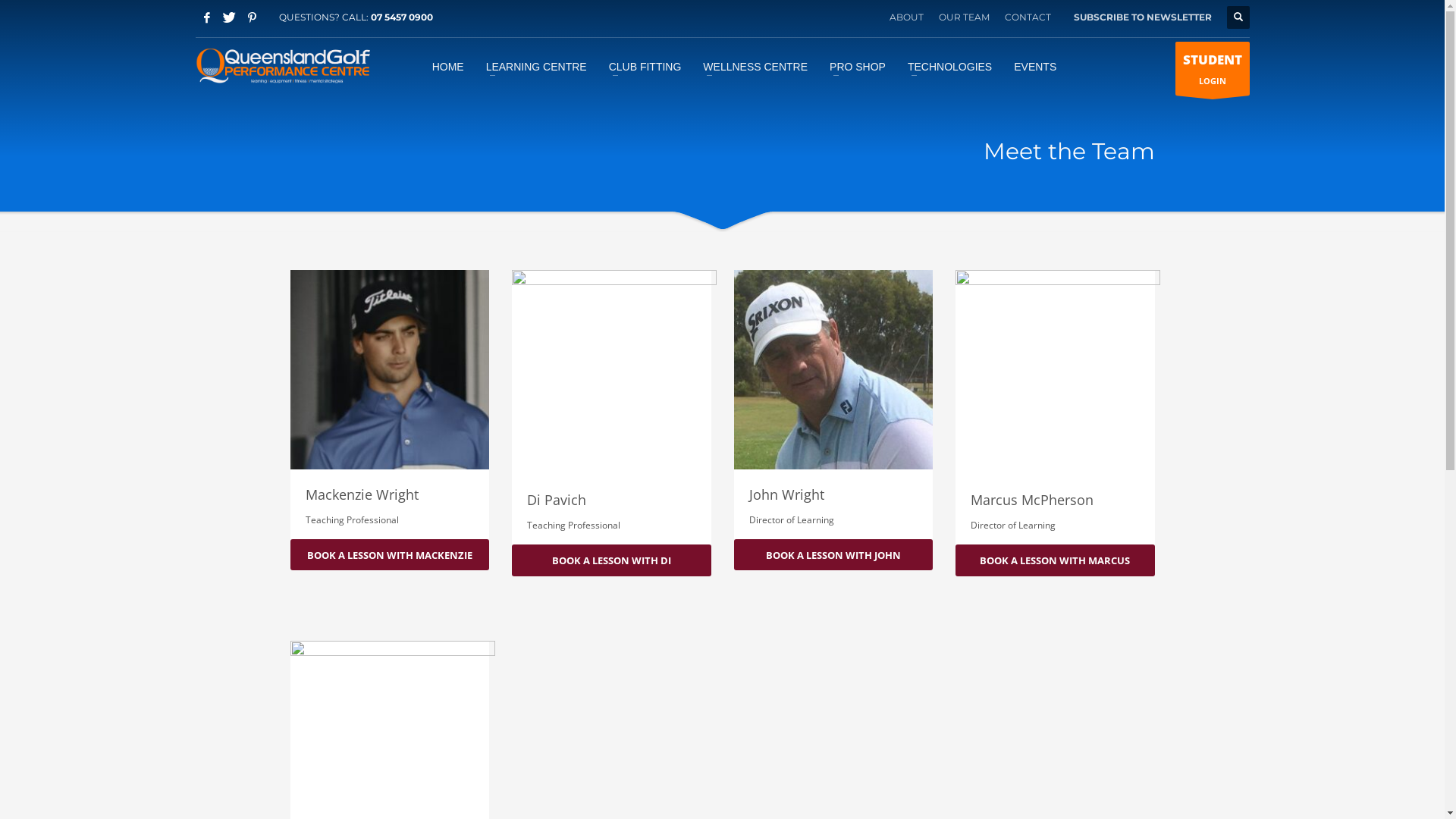  I want to click on 'PRO SHOP', so click(819, 65).